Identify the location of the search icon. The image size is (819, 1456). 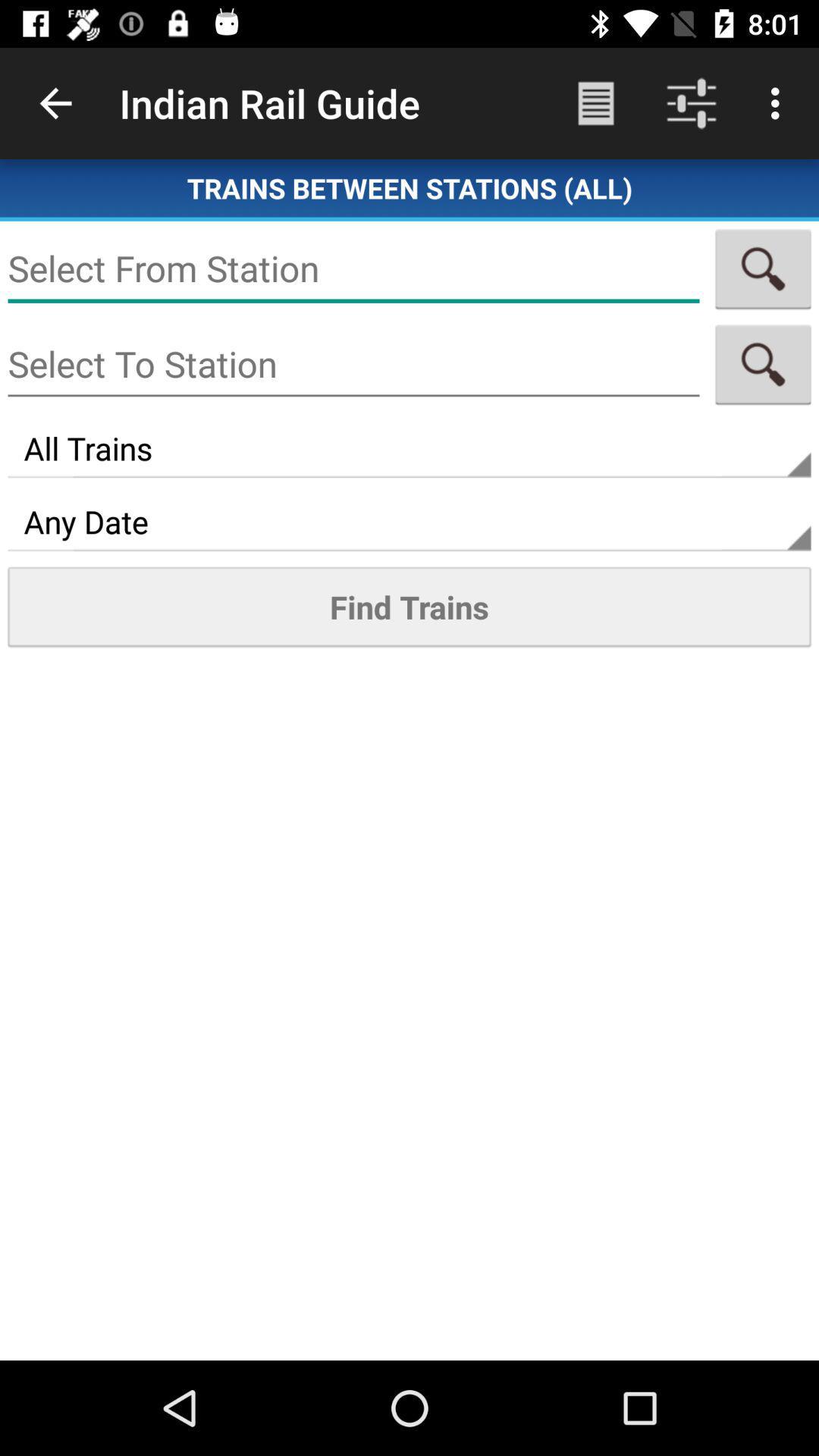
(763, 268).